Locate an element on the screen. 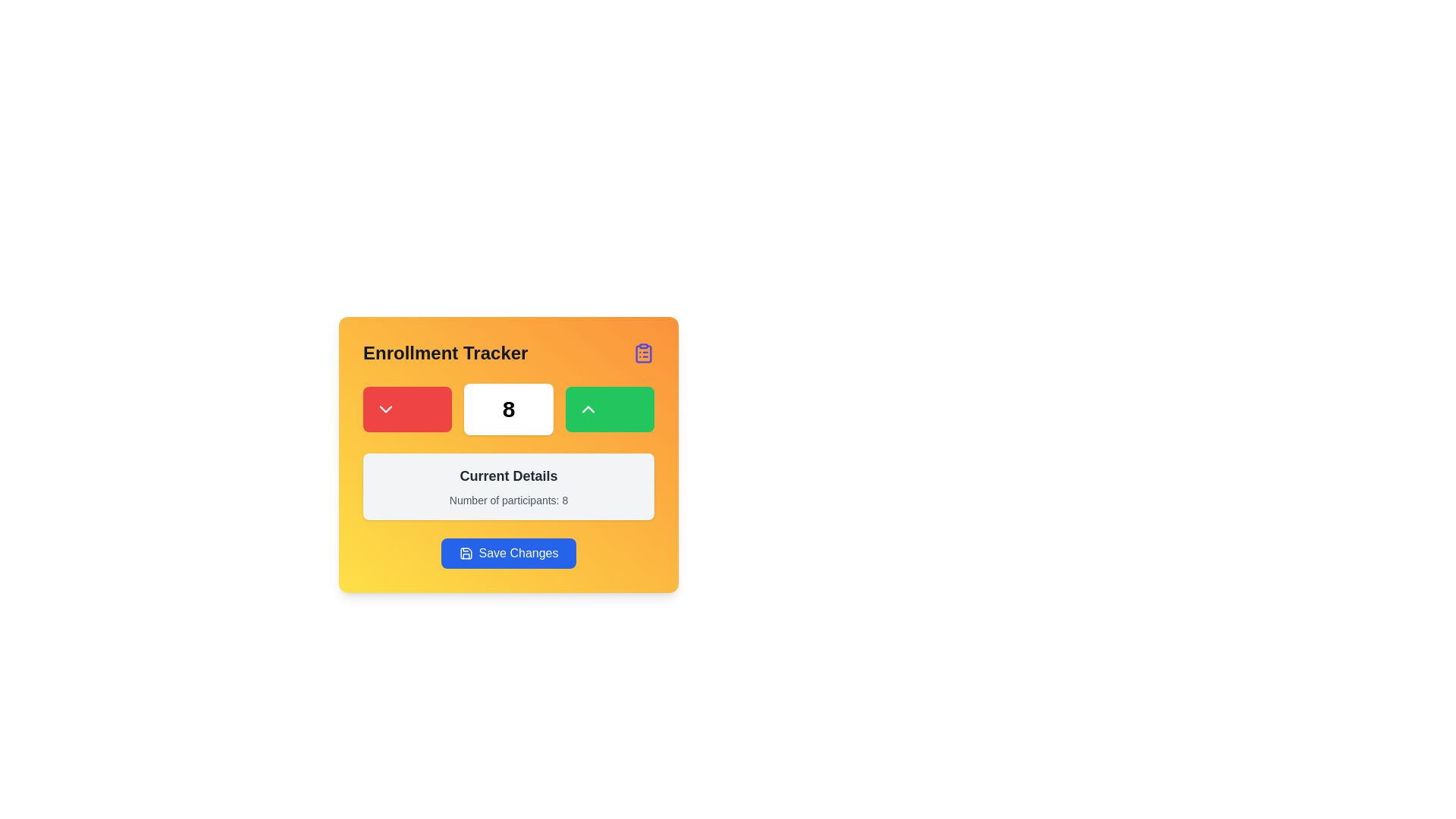  the static text box displaying the number '8' in bold black font, which is centrally positioned within a white rectangular box with rounded corners, located in the 'Enrollment Tracker' interface is located at coordinates (509, 409).